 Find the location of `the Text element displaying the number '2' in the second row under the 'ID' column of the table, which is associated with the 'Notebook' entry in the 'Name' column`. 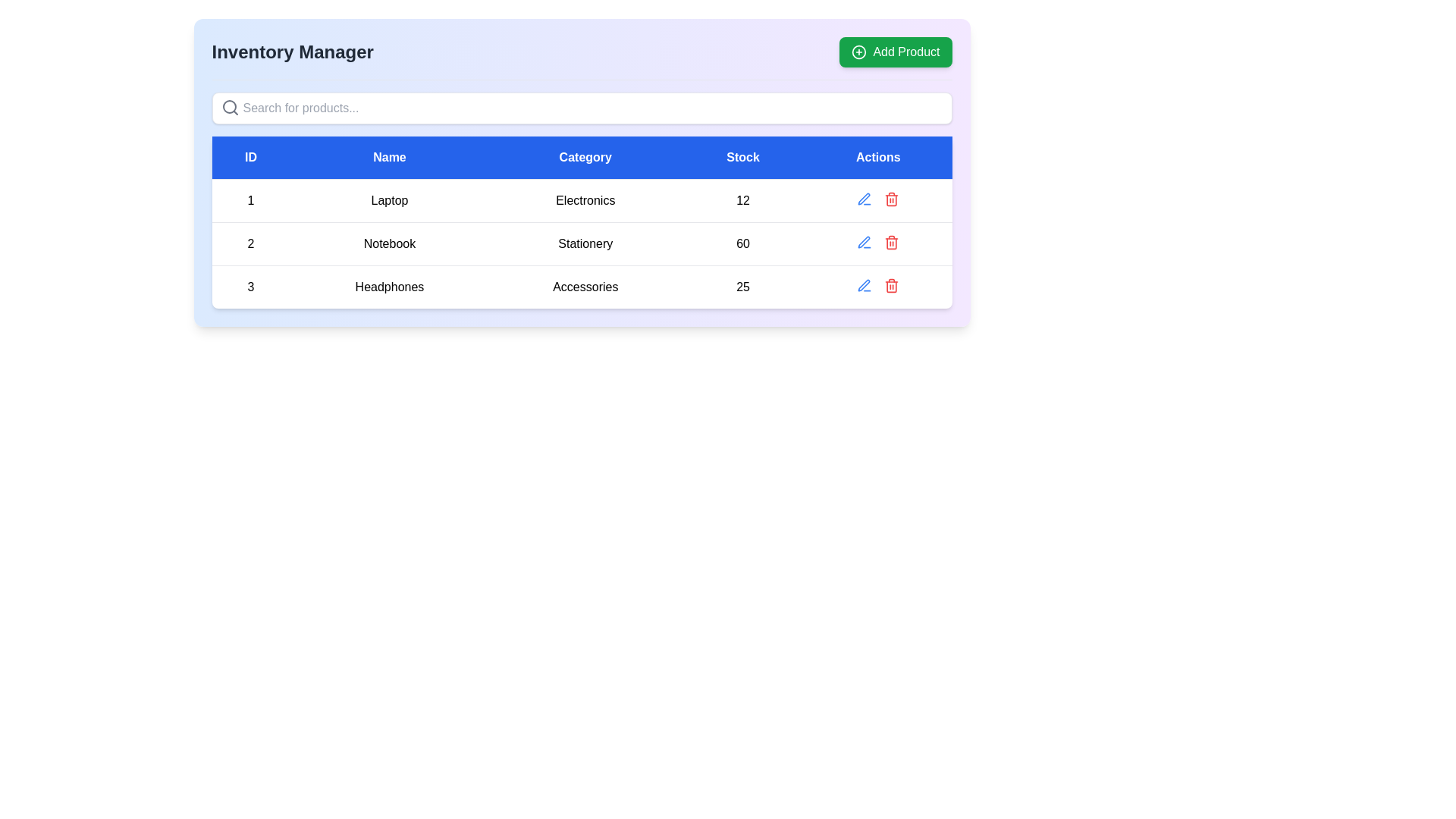

the Text element displaying the number '2' in the second row under the 'ID' column of the table, which is associated with the 'Notebook' entry in the 'Name' column is located at coordinates (251, 243).